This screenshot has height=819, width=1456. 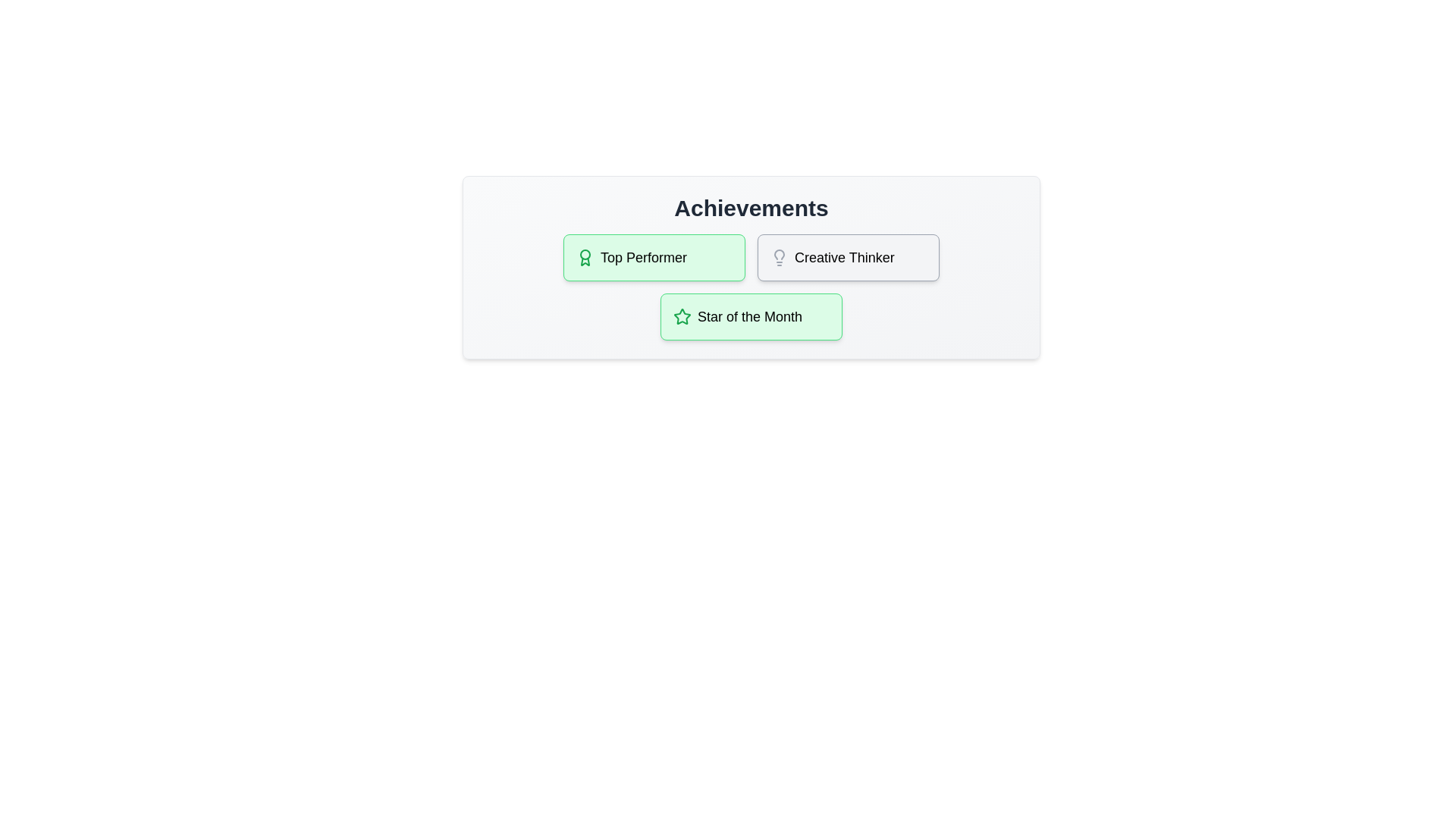 I want to click on the achievement Top Performer to display its tooltip or effect, so click(x=654, y=256).